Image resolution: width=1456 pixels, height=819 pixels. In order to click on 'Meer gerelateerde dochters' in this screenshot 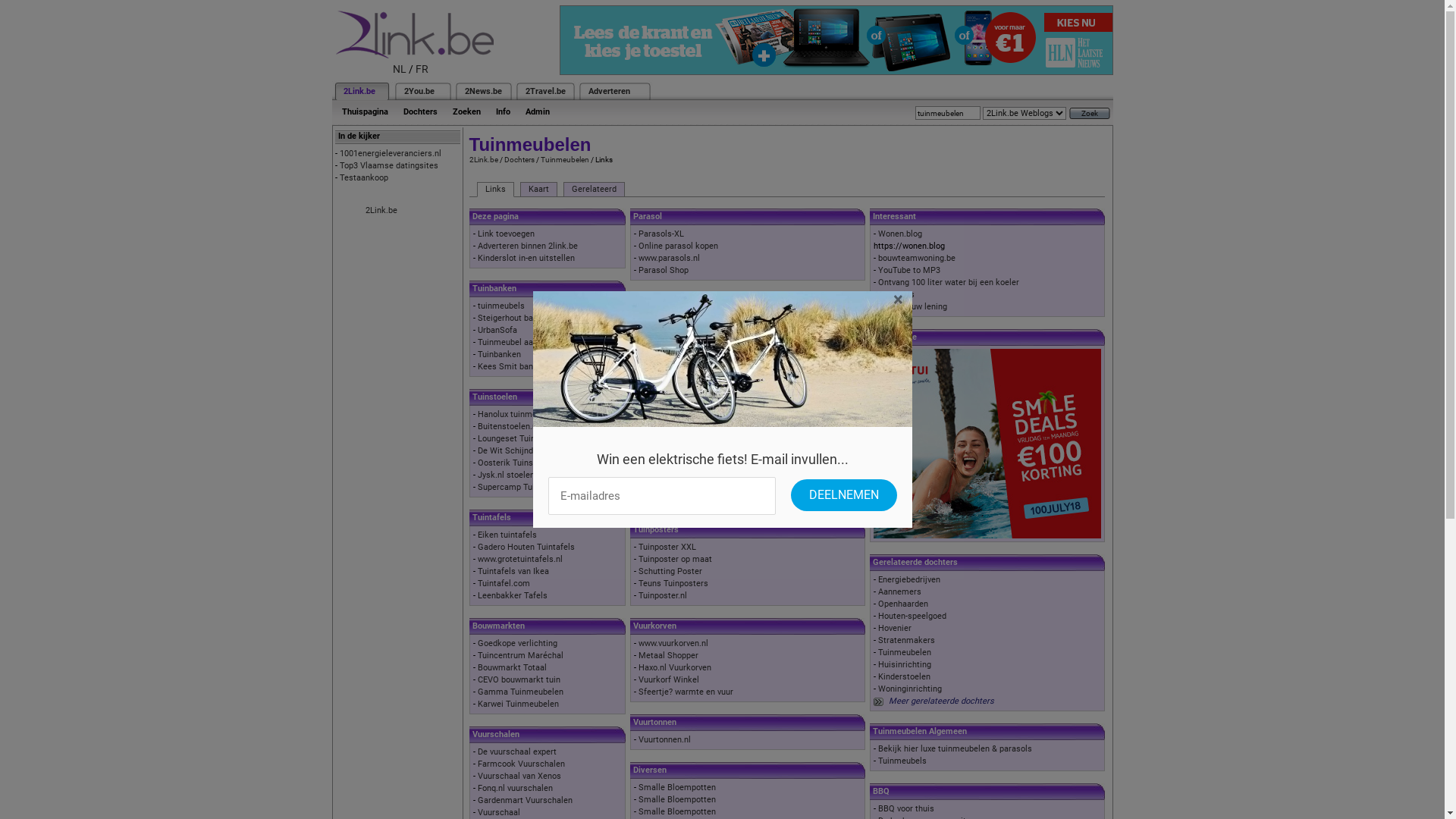, I will do `click(940, 701)`.